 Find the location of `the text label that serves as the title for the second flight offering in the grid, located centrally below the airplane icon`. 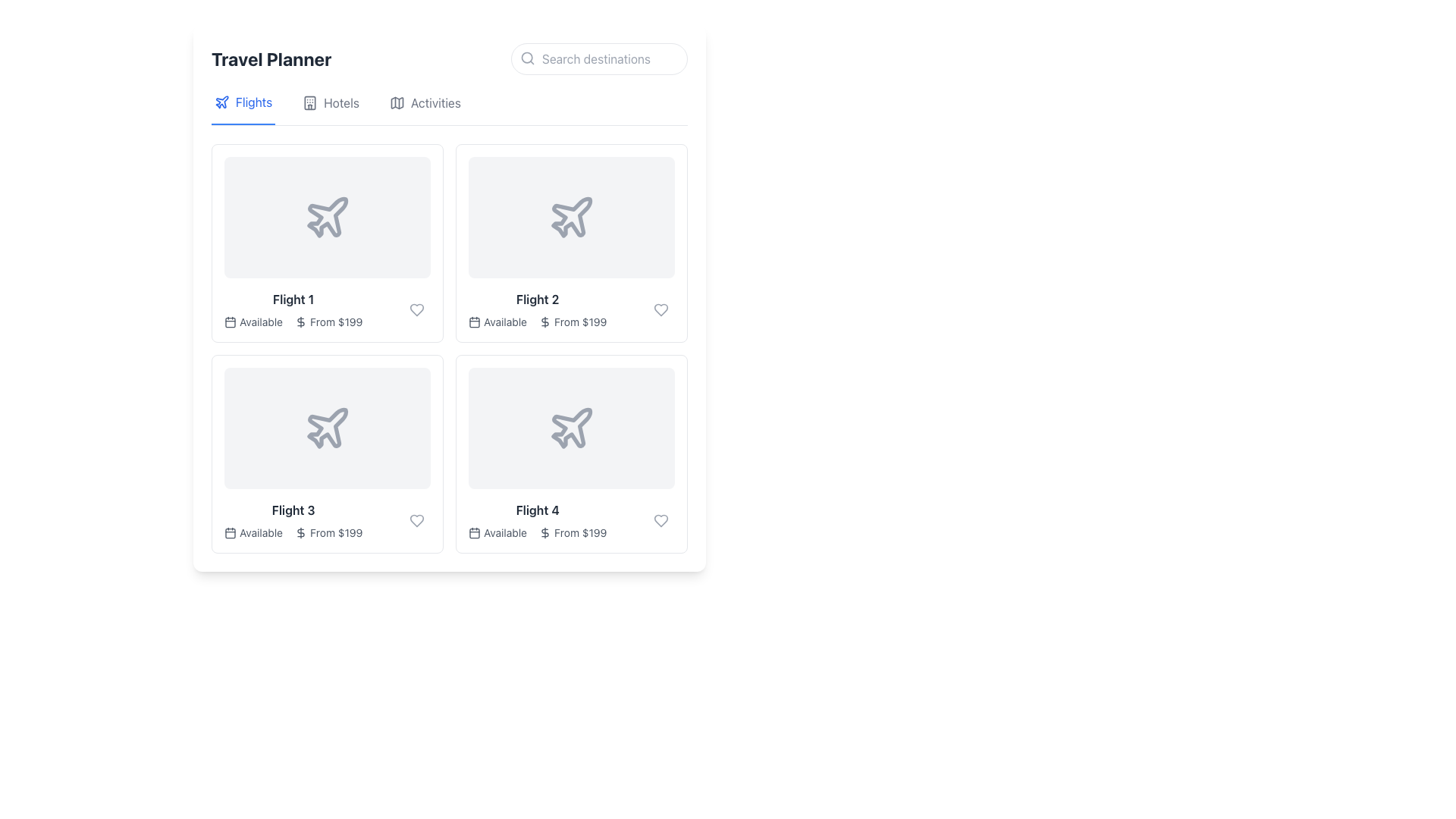

the text label that serves as the title for the second flight offering in the grid, located centrally below the airplane icon is located at coordinates (538, 299).